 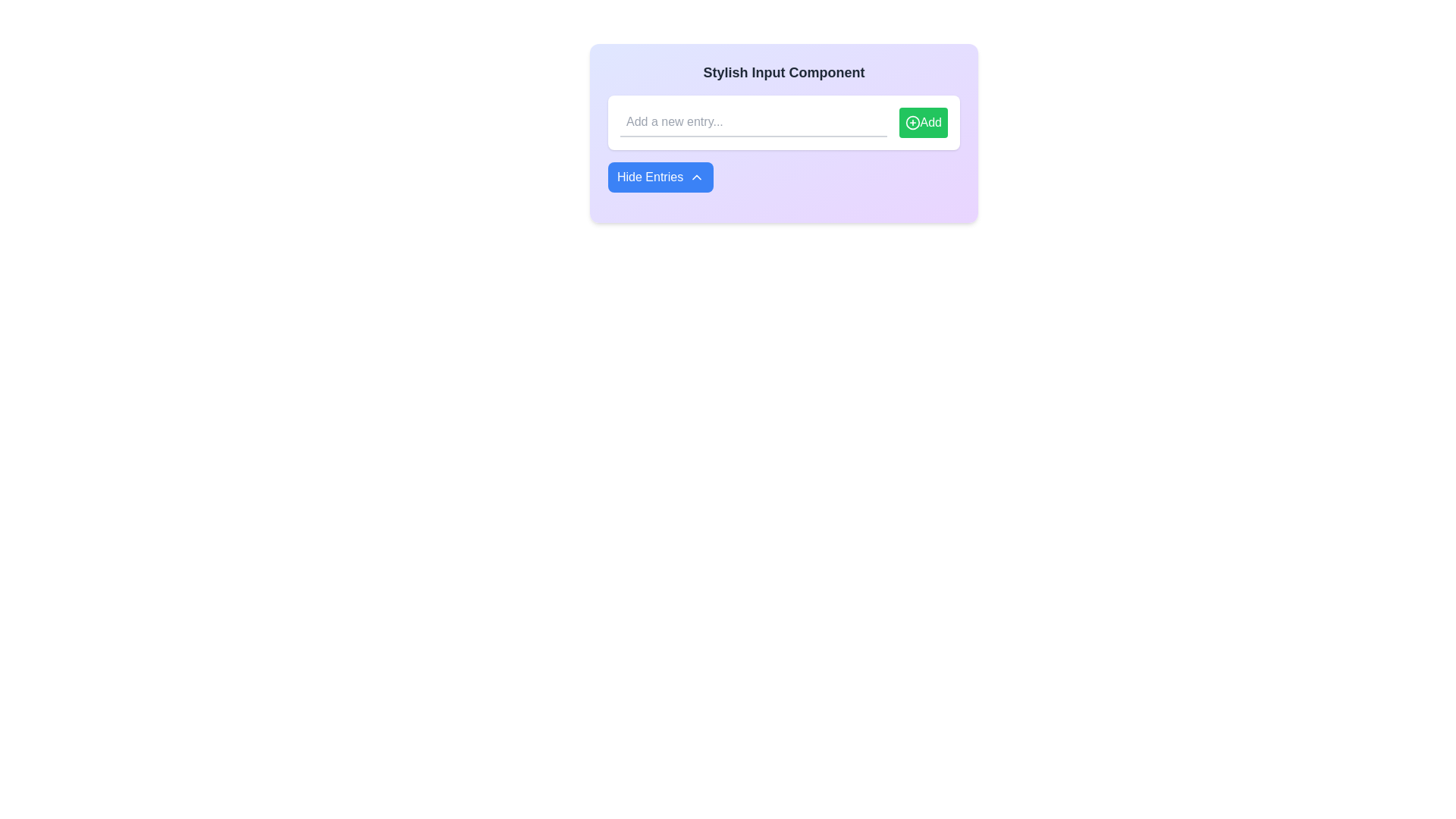 I want to click on the text input field located in the 'Stylish Input Component' section to focus on it, so click(x=783, y=133).